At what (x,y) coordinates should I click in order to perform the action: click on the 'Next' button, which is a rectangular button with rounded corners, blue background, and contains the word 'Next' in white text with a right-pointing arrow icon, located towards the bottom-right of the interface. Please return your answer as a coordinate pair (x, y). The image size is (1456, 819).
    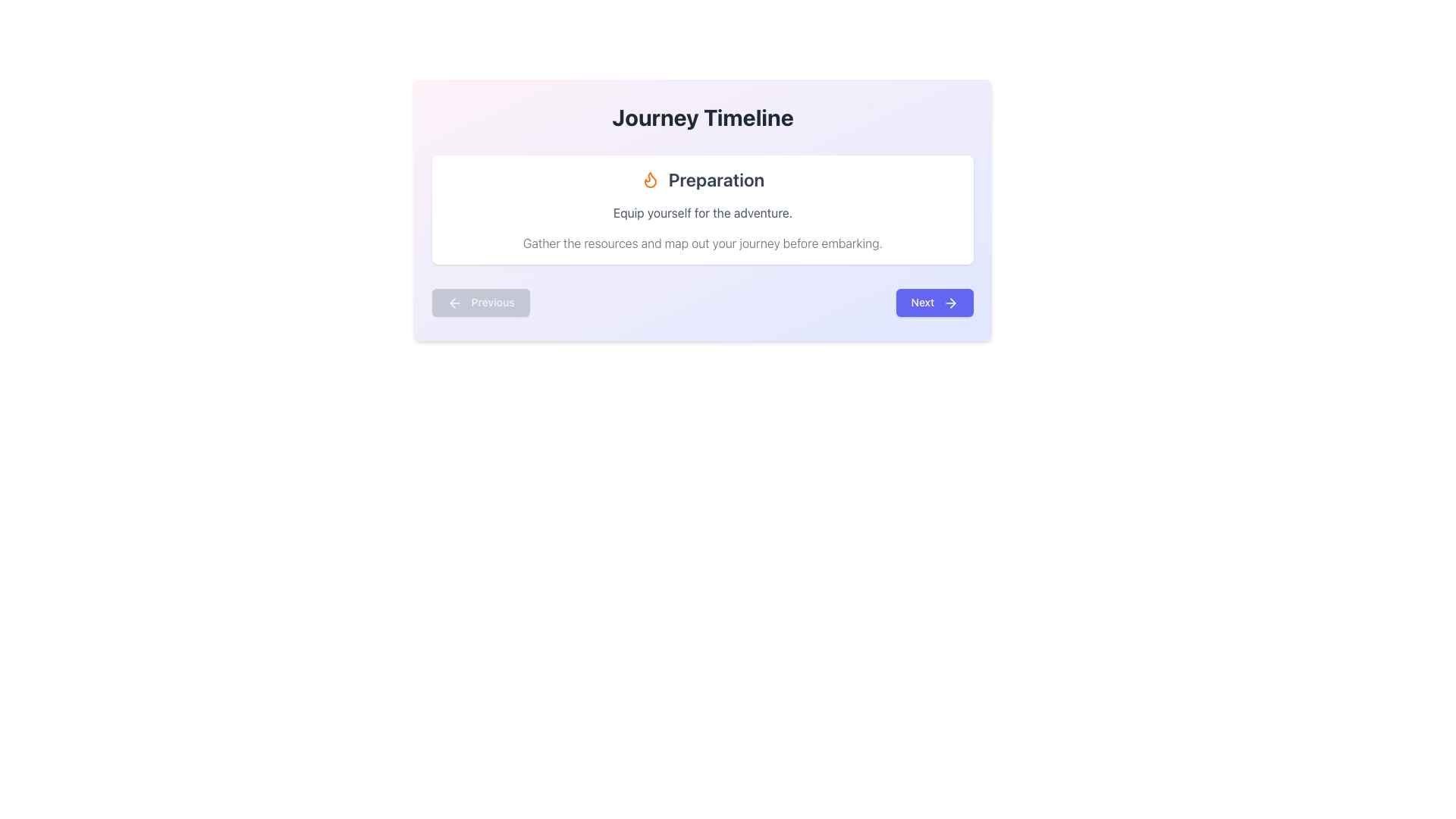
    Looking at the image, I should click on (934, 303).